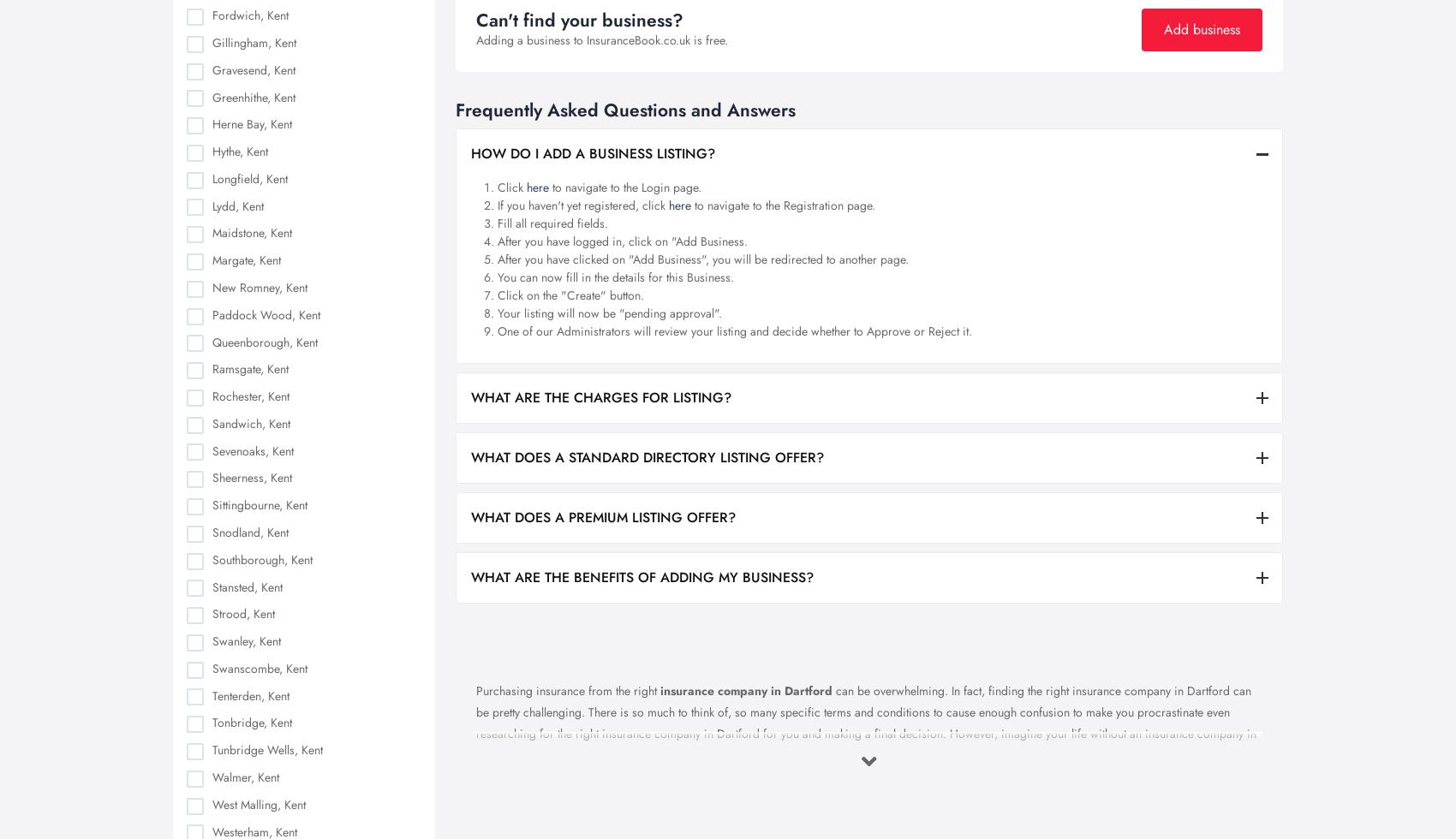 The height and width of the screenshot is (839, 1456). I want to click on 'CoverMyBubble', so click(335, 20).